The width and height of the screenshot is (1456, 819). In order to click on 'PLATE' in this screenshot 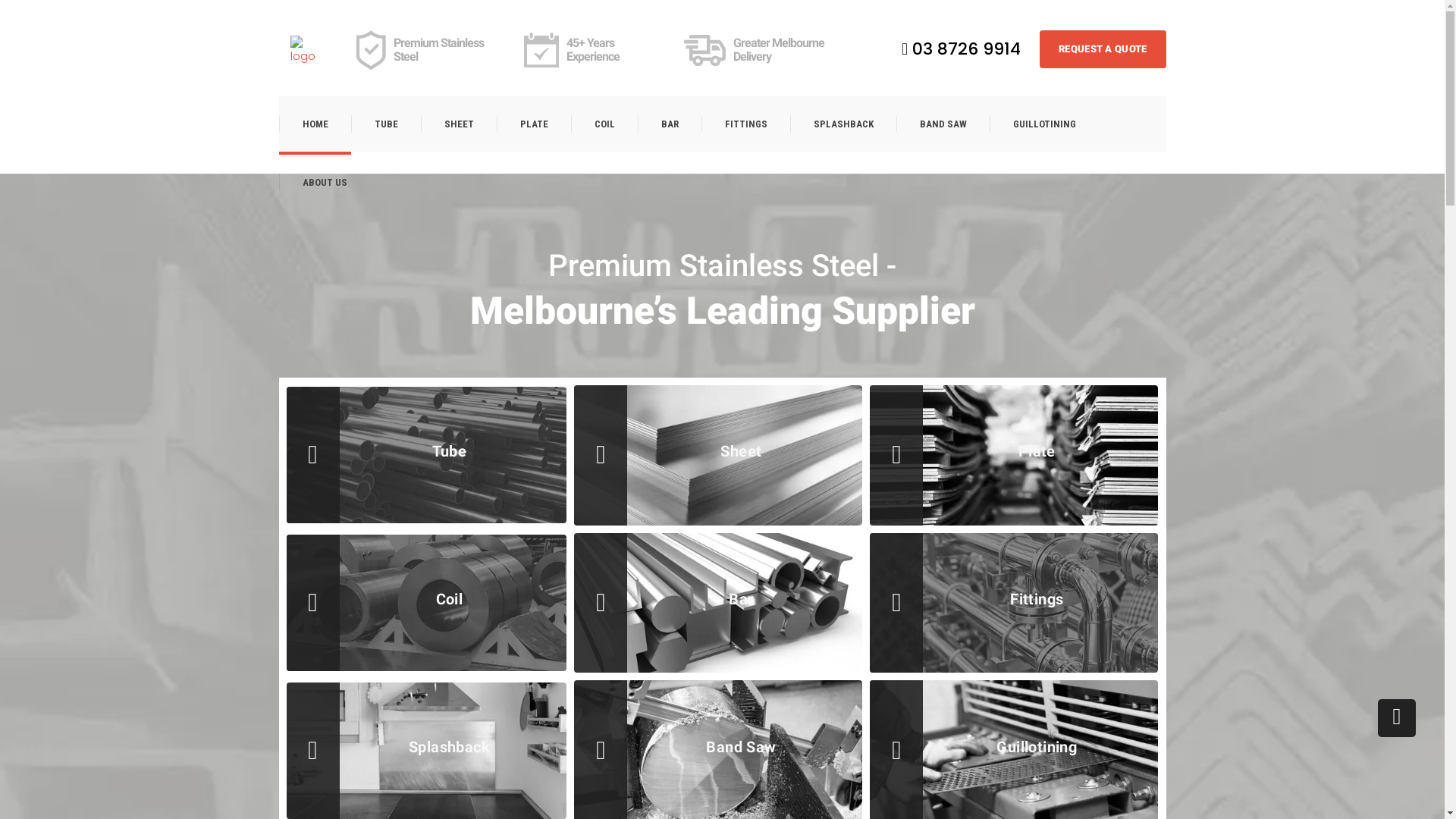, I will do `click(532, 123)`.